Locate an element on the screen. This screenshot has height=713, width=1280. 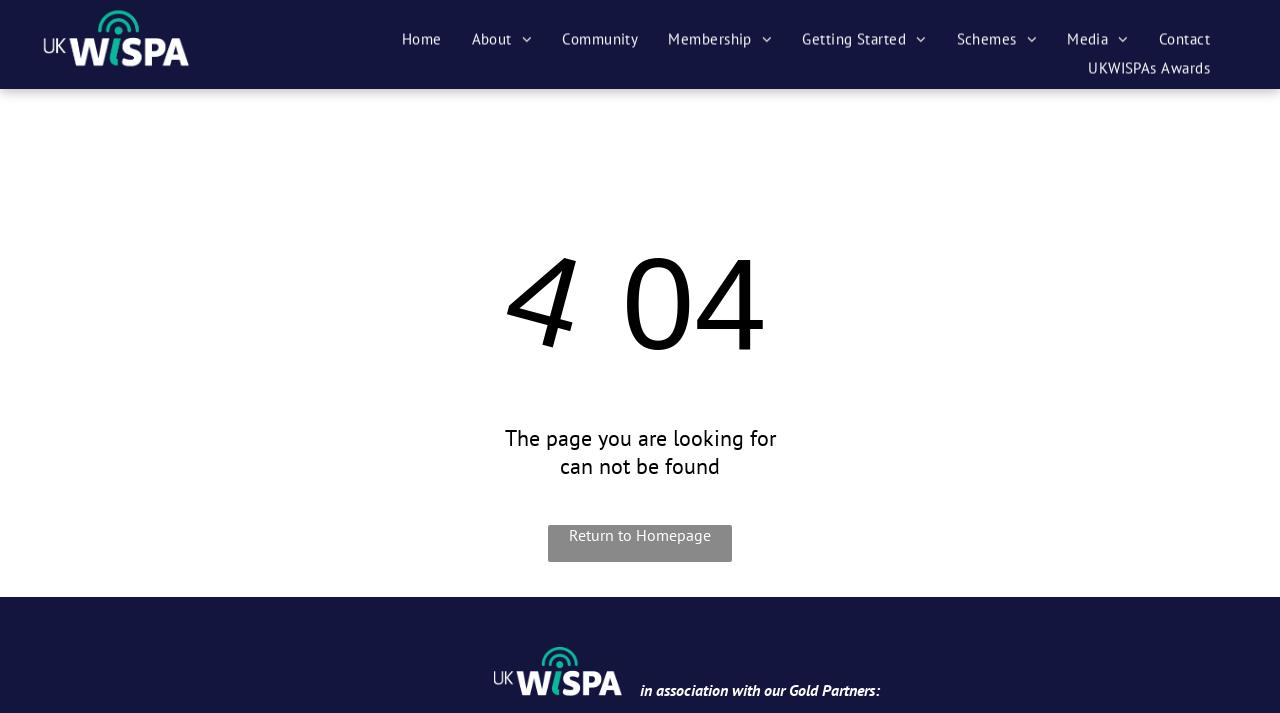
'Advisory Board' is located at coordinates (486, 113).